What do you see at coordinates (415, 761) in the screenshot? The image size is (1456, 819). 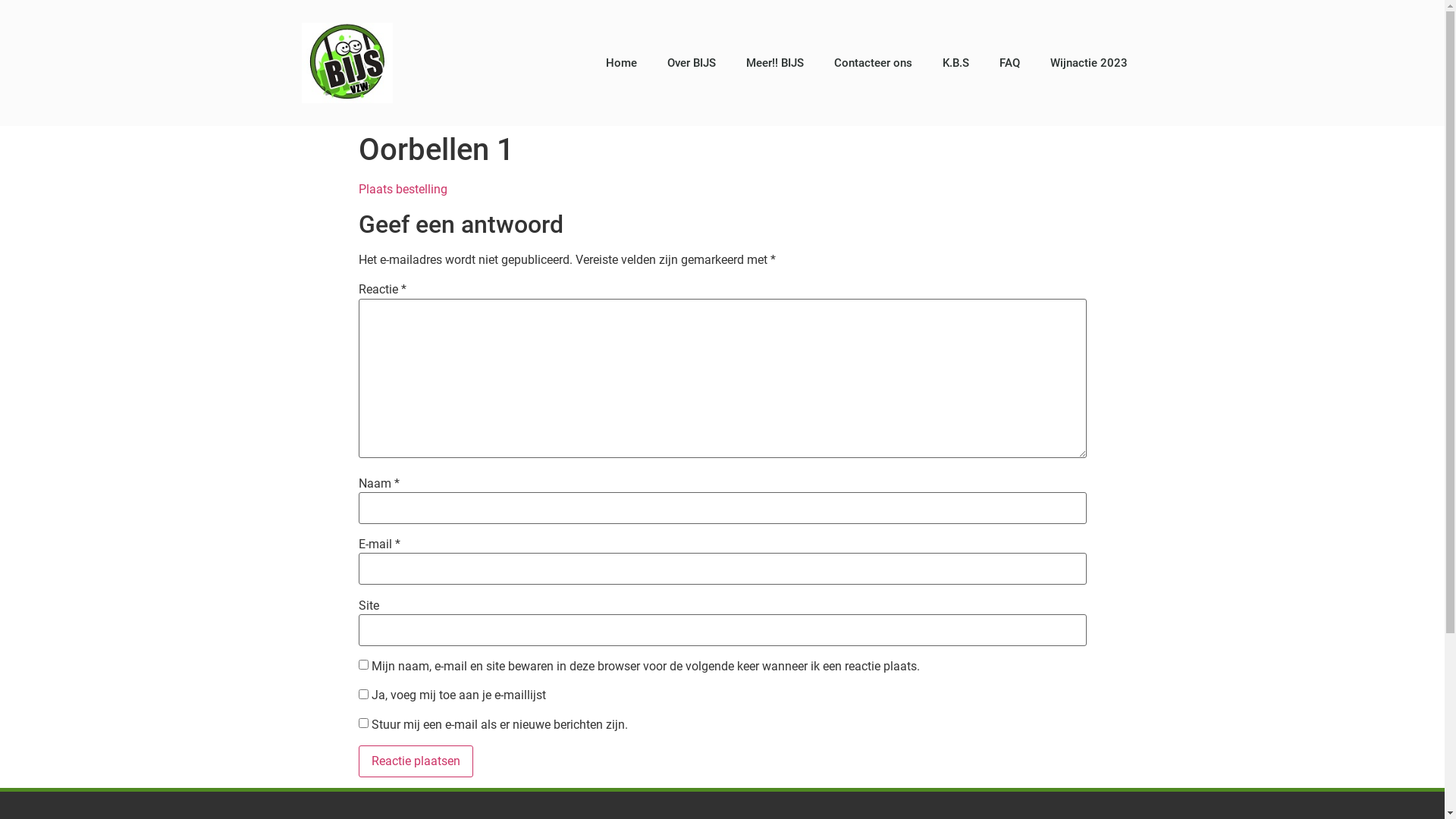 I see `'Reactie plaatsen'` at bounding box center [415, 761].